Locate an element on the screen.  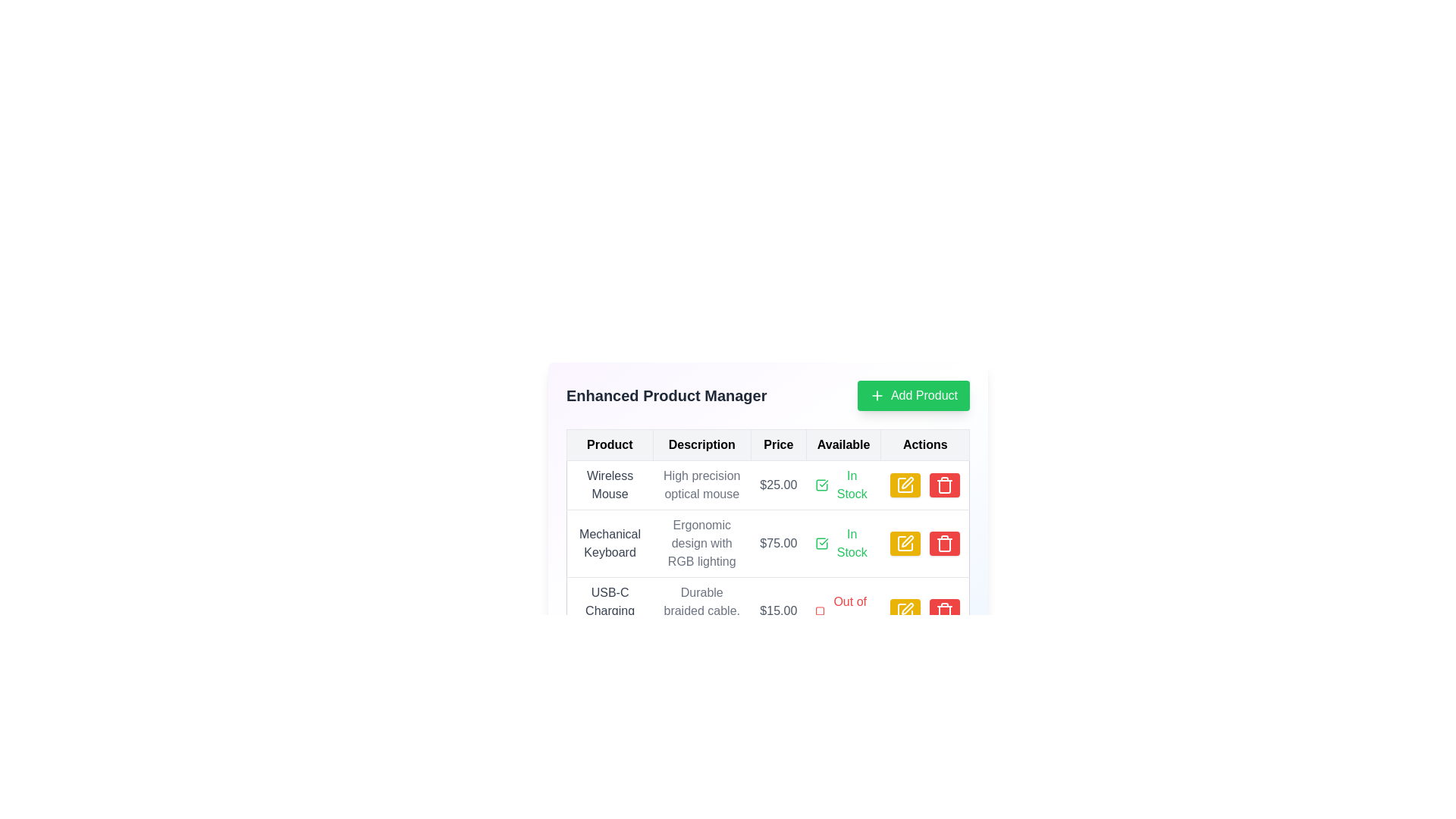
'Out of Stock' label with red text in the 'Available' column for the product 'USB-C Charging' is located at coordinates (843, 610).